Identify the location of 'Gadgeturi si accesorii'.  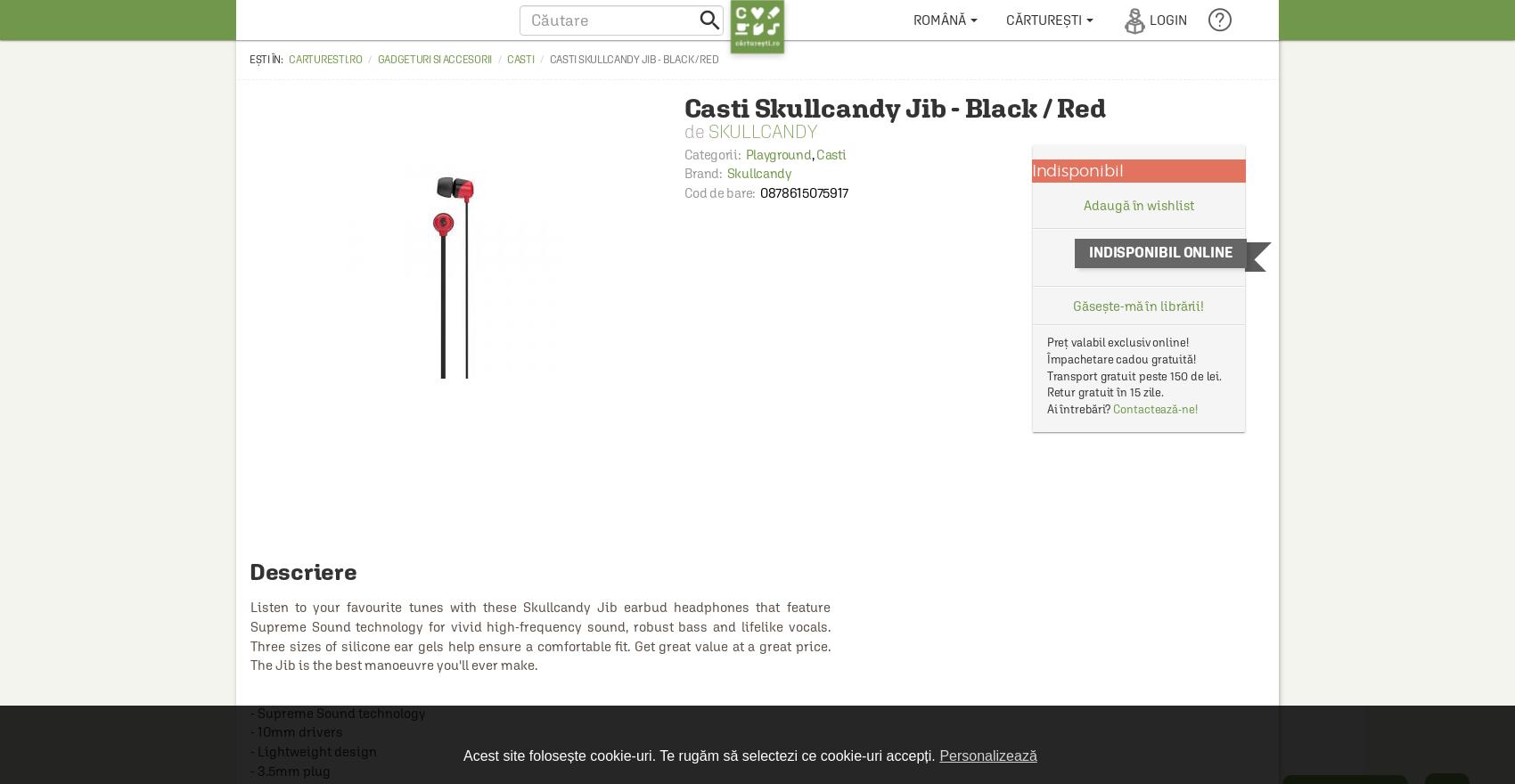
(434, 59).